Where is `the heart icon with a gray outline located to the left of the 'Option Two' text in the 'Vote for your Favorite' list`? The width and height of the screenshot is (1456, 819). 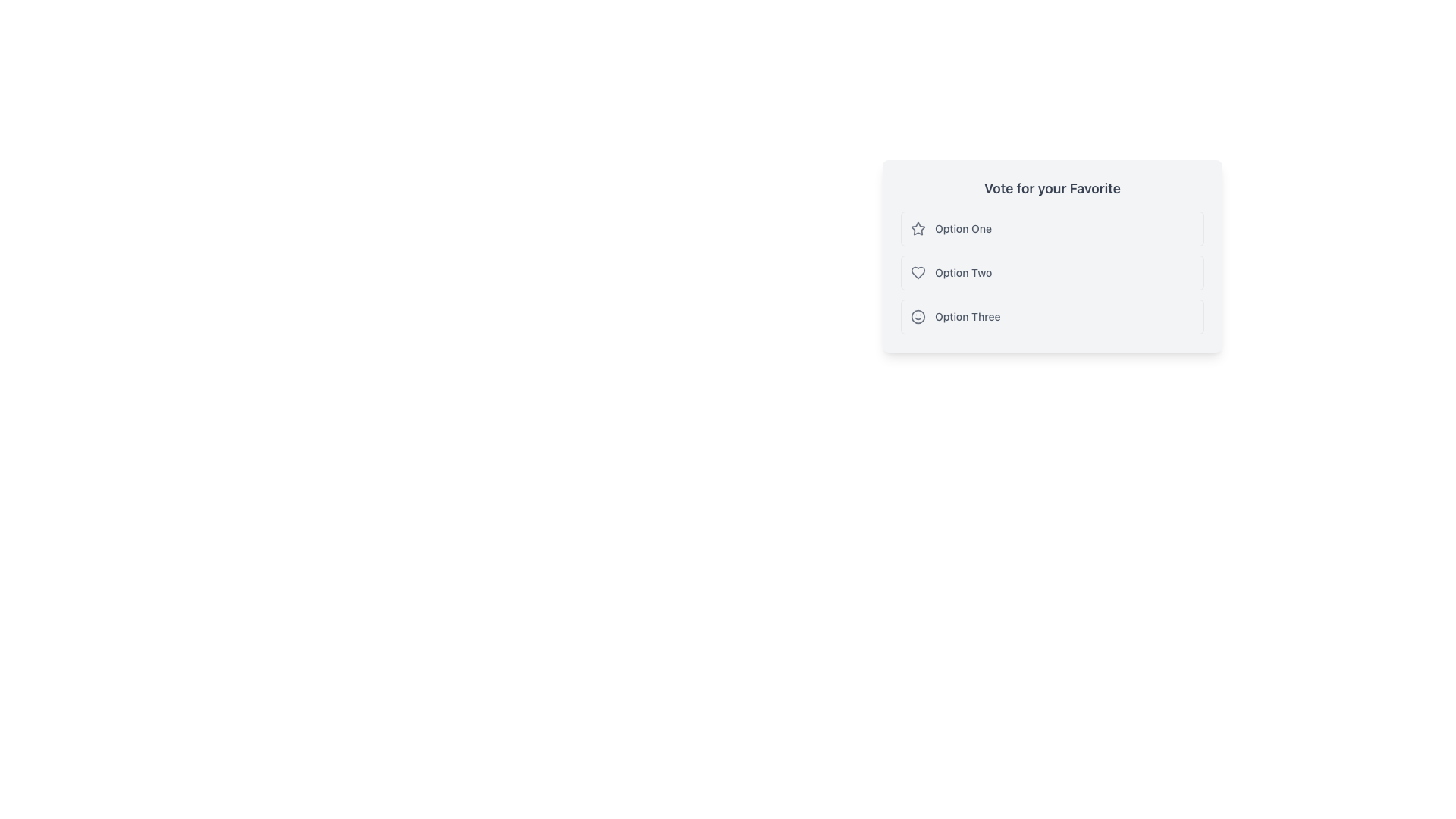
the heart icon with a gray outline located to the left of the 'Option Two' text in the 'Vote for your Favorite' list is located at coordinates (917, 271).